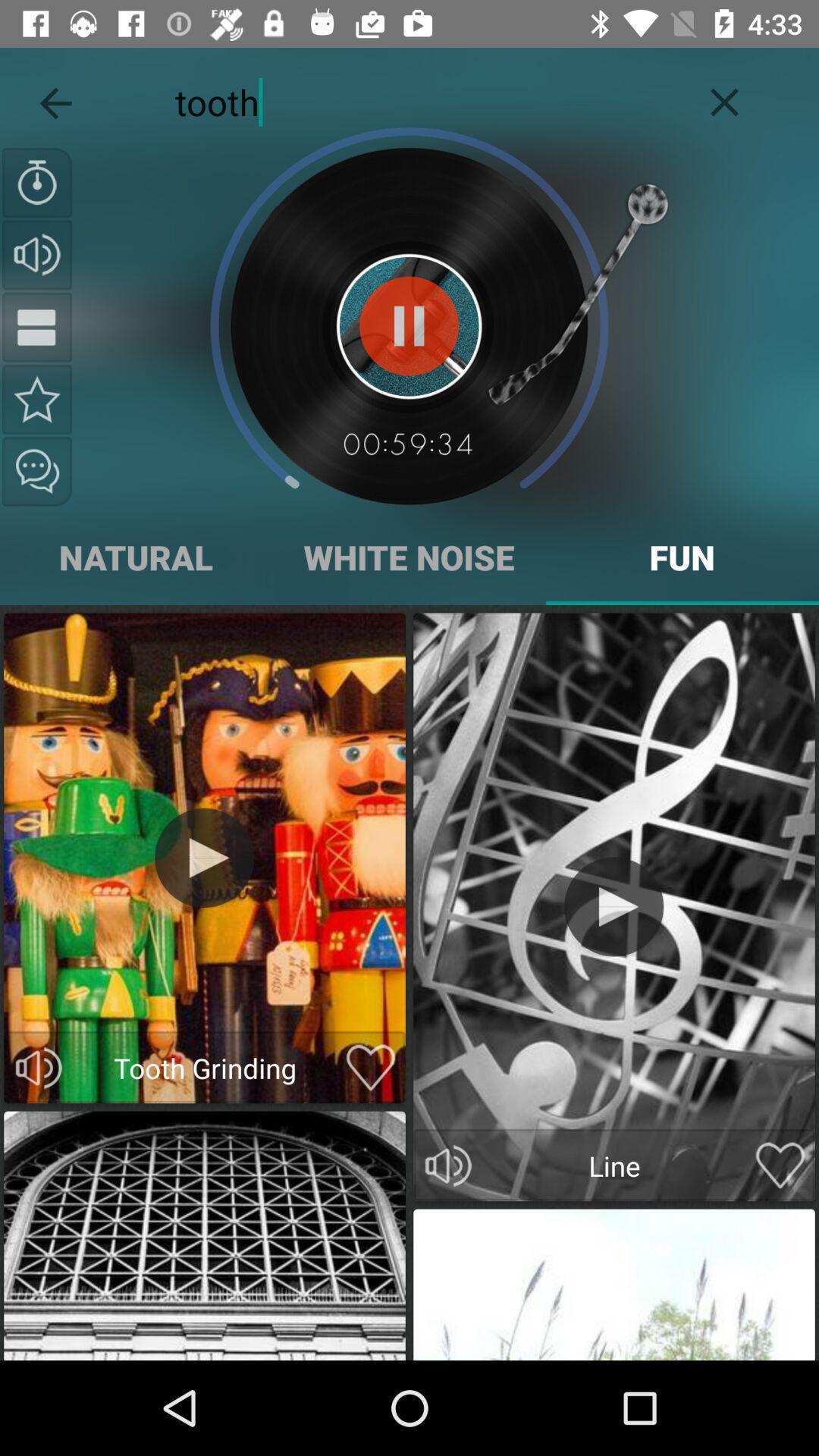 This screenshot has width=819, height=1456. What do you see at coordinates (36, 255) in the screenshot?
I see `volumen option` at bounding box center [36, 255].